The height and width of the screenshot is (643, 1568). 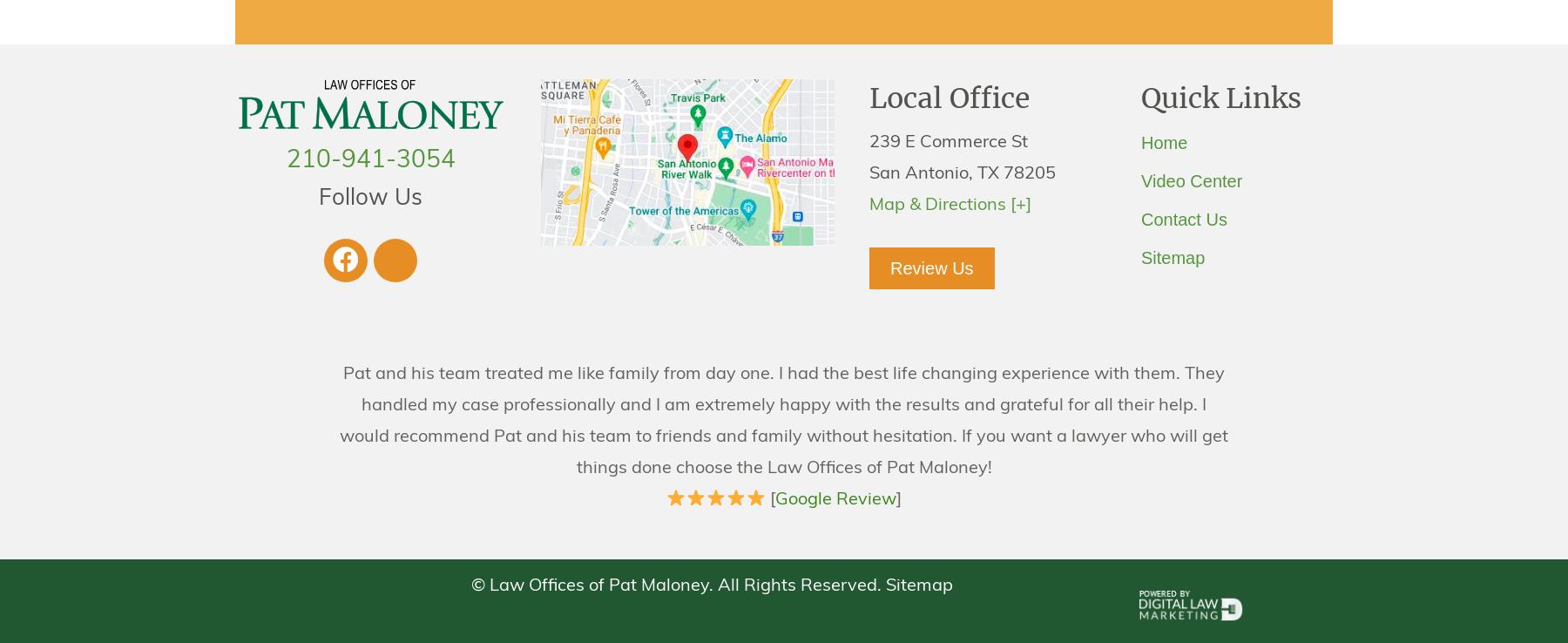 I want to click on '210-941-3054', so click(x=369, y=160).